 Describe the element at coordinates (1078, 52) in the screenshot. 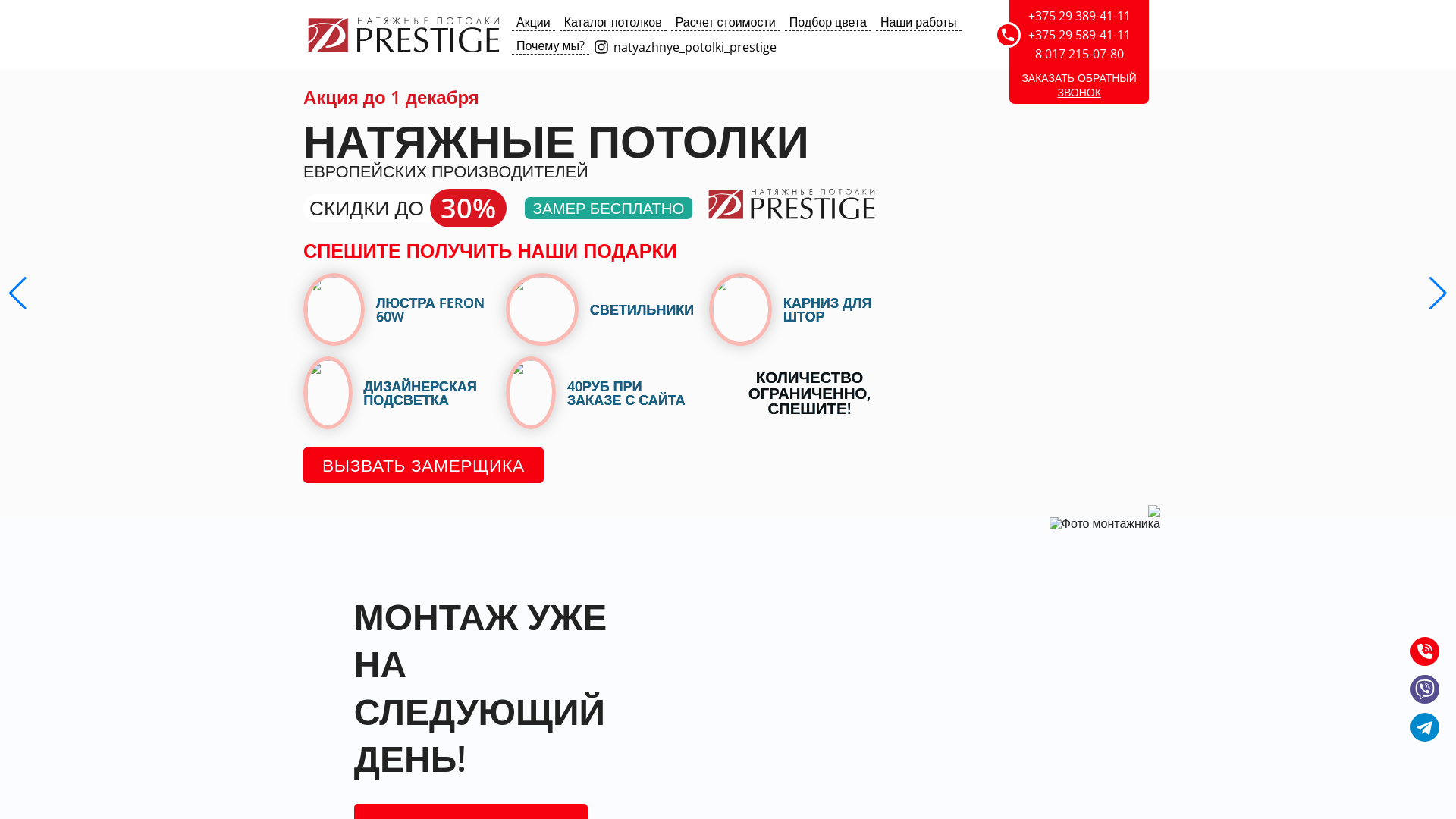

I see `'8 017 215-07-80'` at that location.